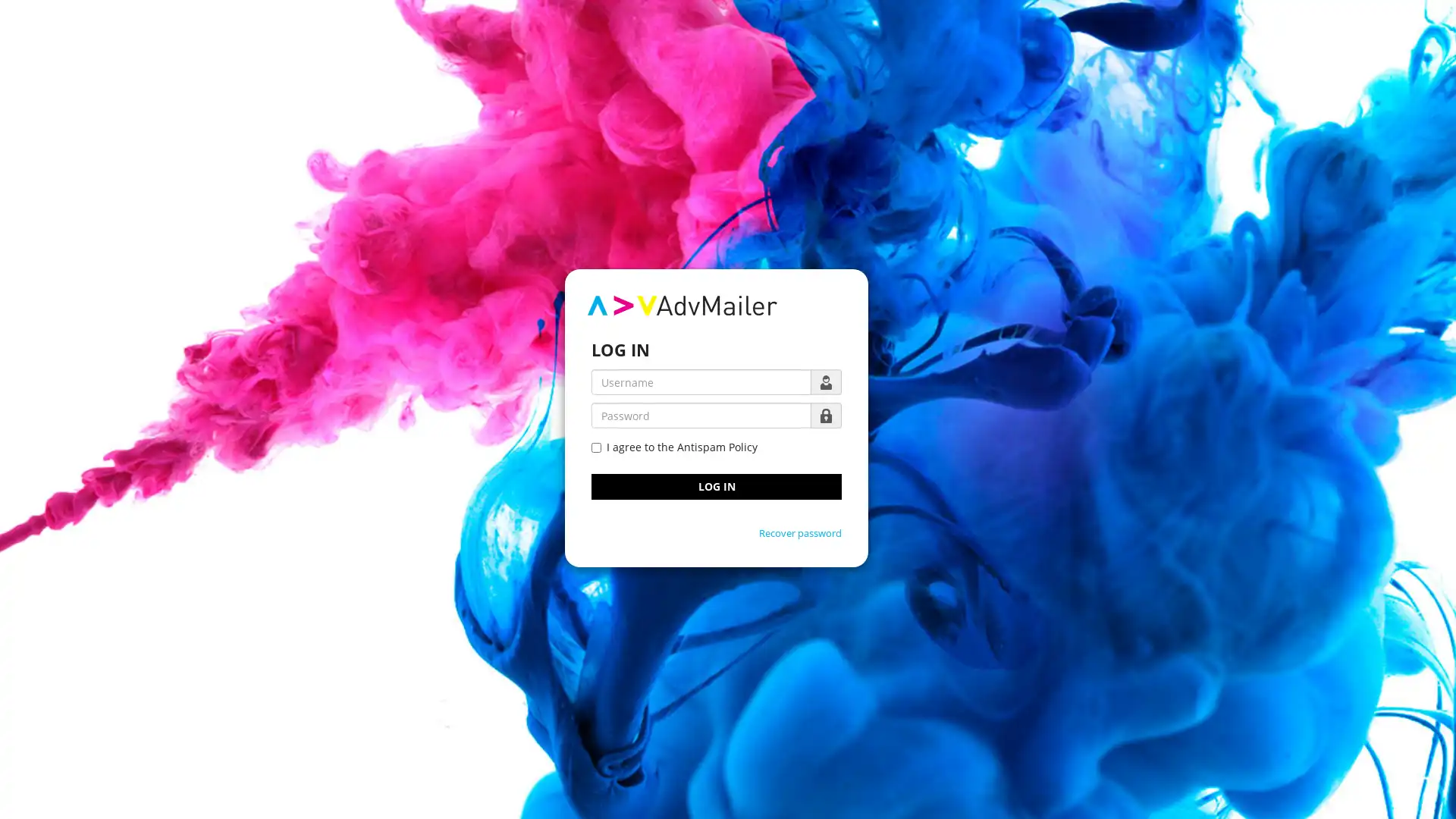  Describe the element at coordinates (716, 486) in the screenshot. I see `LOG IN` at that location.